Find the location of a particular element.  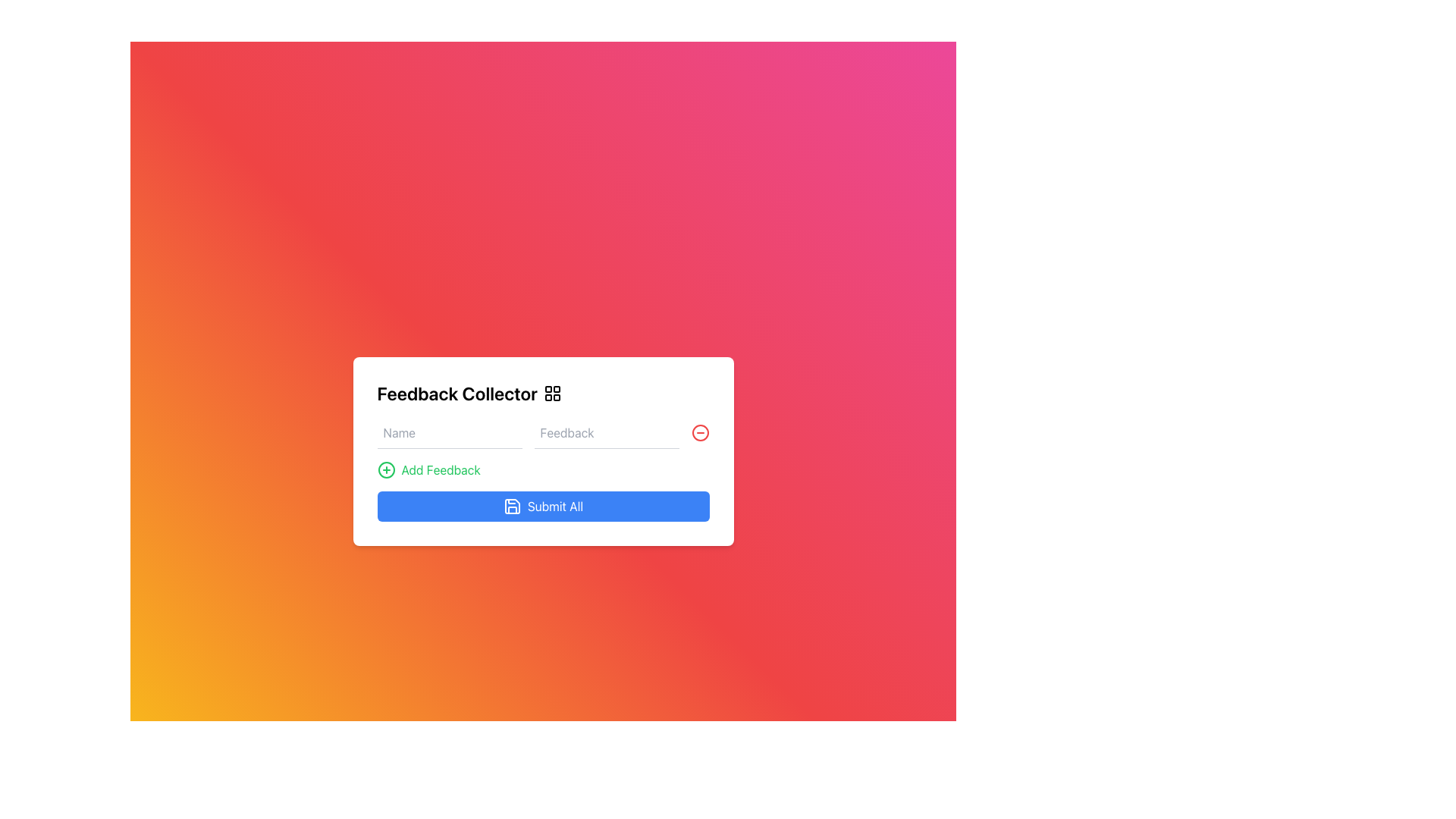

the 'Add Feedback' text label, which is displayed in green and is positioned to the right of a plus icon is located at coordinates (440, 469).